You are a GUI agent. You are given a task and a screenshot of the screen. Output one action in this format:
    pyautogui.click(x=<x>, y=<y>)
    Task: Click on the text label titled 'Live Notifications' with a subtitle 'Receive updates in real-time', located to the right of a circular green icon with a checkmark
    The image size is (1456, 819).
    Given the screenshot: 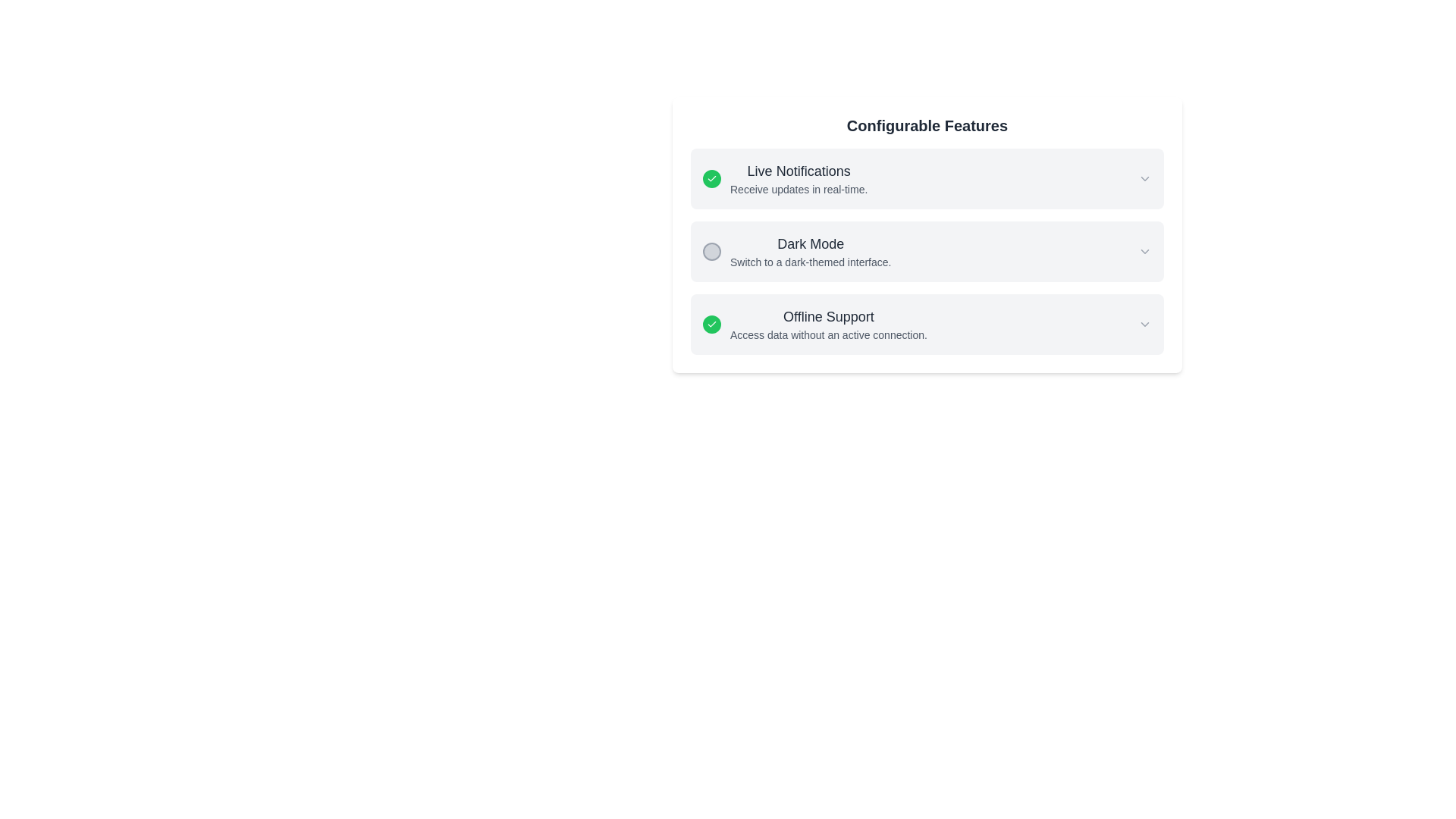 What is the action you would take?
    pyautogui.click(x=798, y=177)
    